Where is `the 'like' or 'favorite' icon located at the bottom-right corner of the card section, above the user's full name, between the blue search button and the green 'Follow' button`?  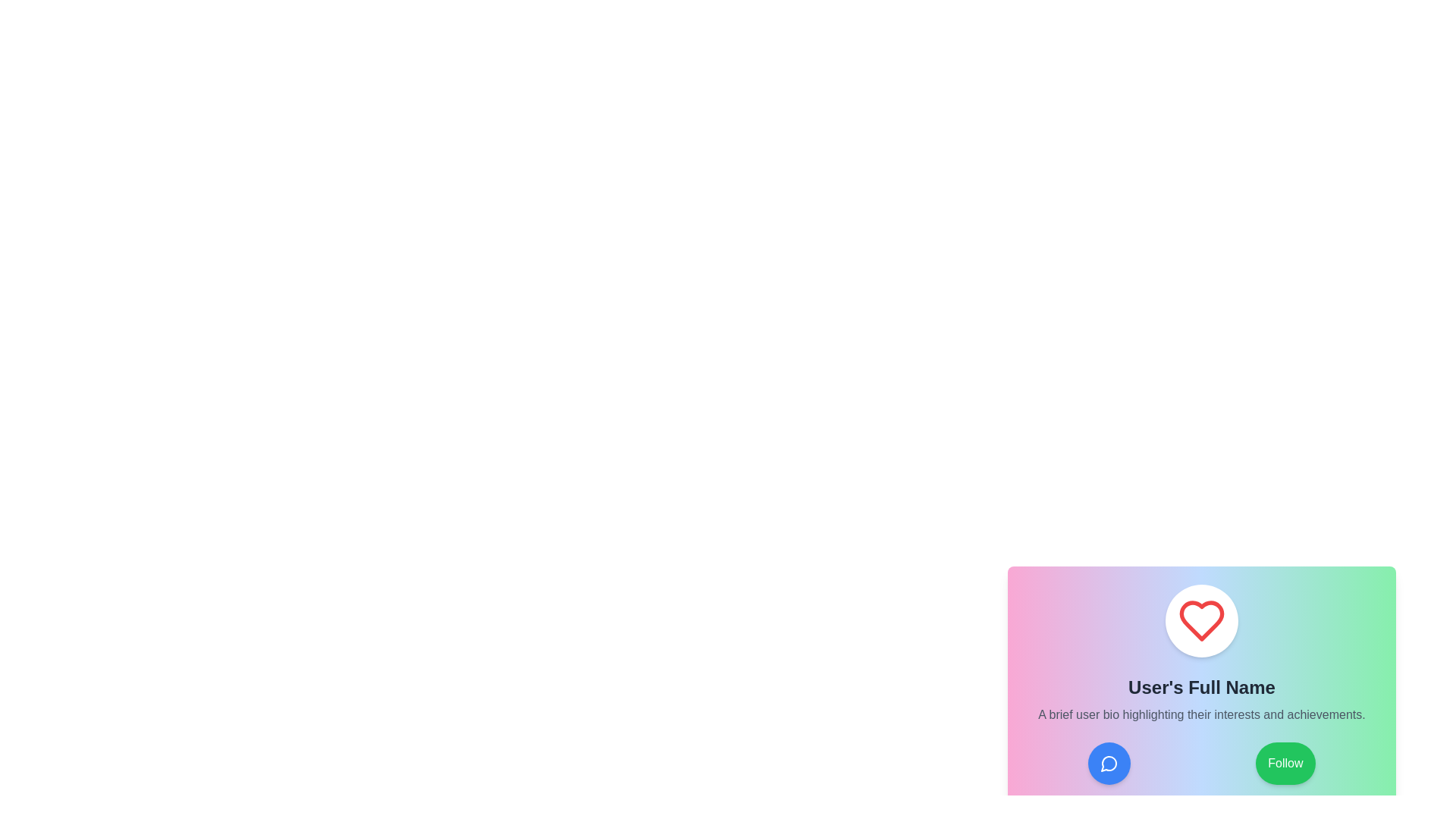
the 'like' or 'favorite' icon located at the bottom-right corner of the card section, above the user's full name, between the blue search button and the green 'Follow' button is located at coordinates (1200, 620).